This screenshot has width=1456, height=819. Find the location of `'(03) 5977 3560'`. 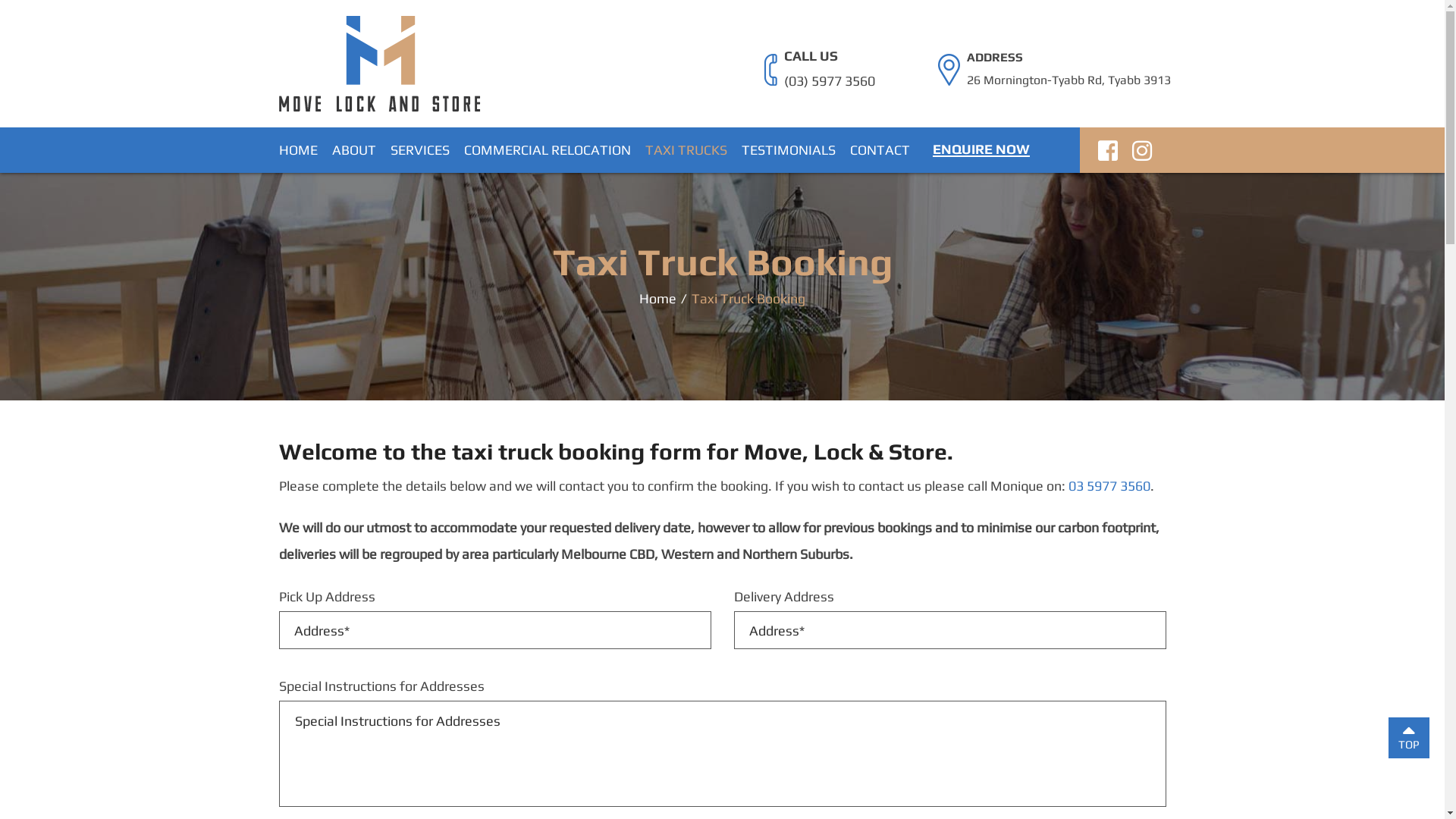

'(03) 5977 3560' is located at coordinates (783, 81).